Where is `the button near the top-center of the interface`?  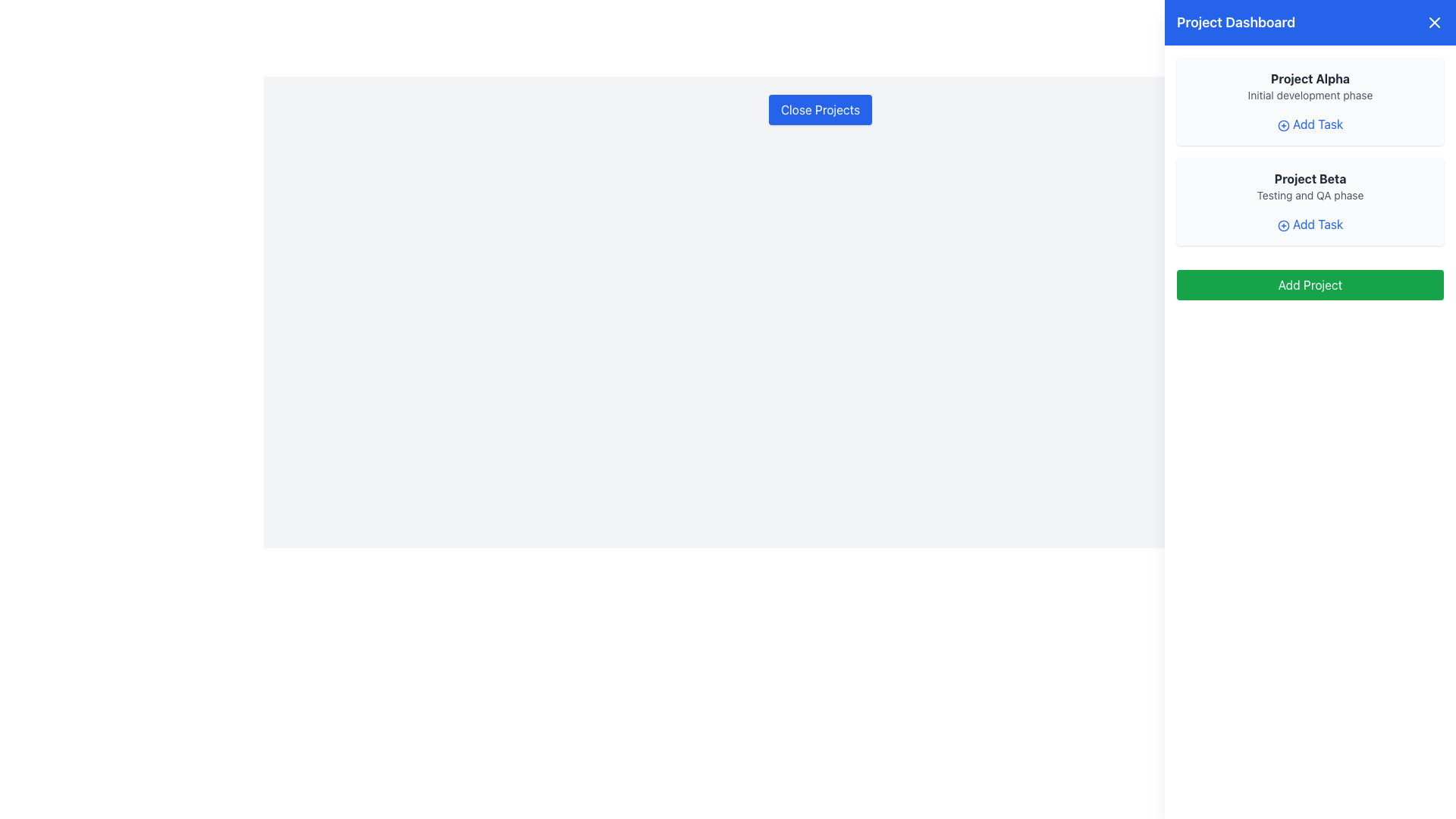 the button near the top-center of the interface is located at coordinates (819, 109).